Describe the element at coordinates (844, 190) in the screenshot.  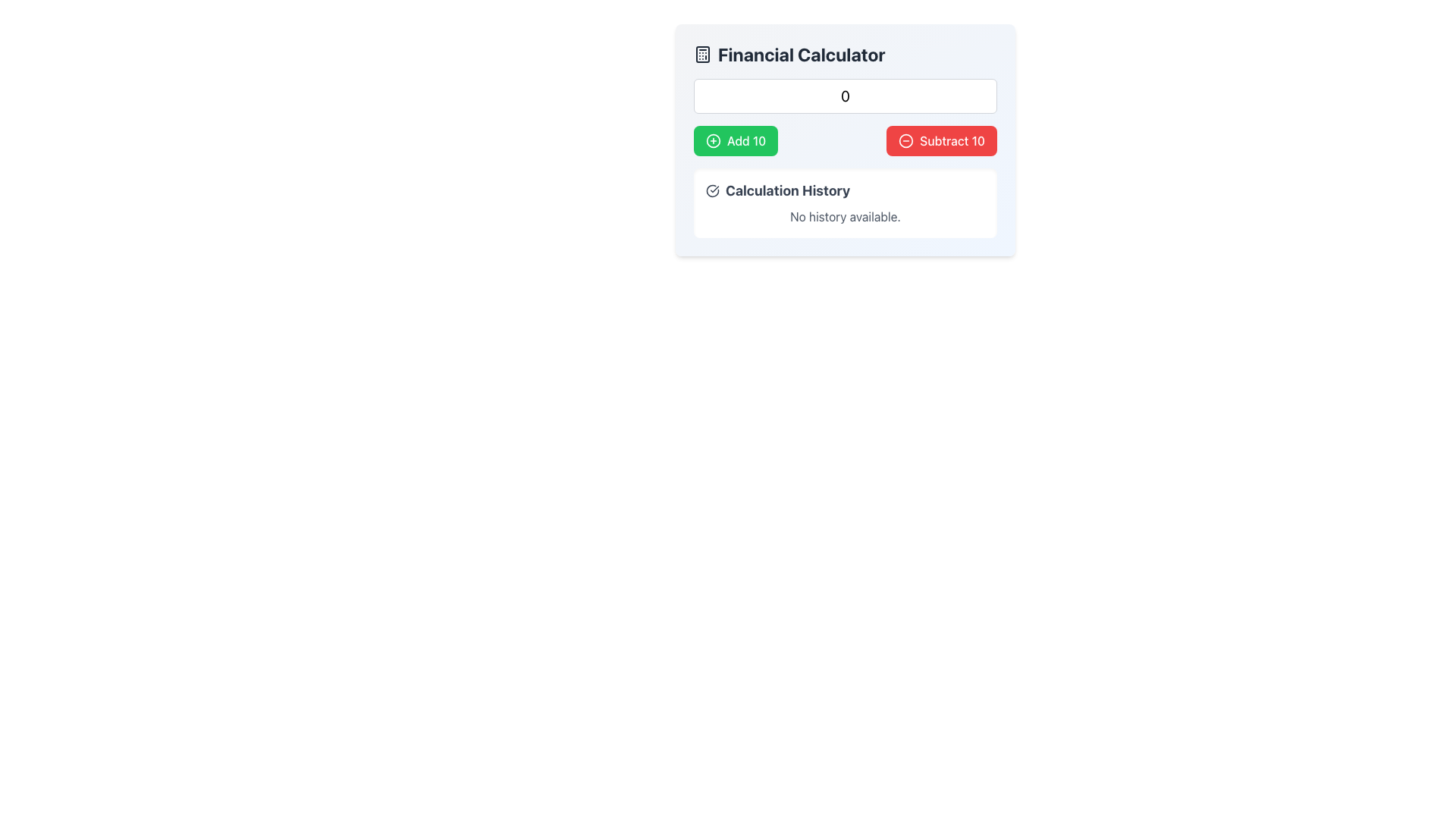
I see `the title text label that serves as the header for the calculation history section, positioned centrally below the numeric input and buttons, and above the text 'No history available.'` at that location.